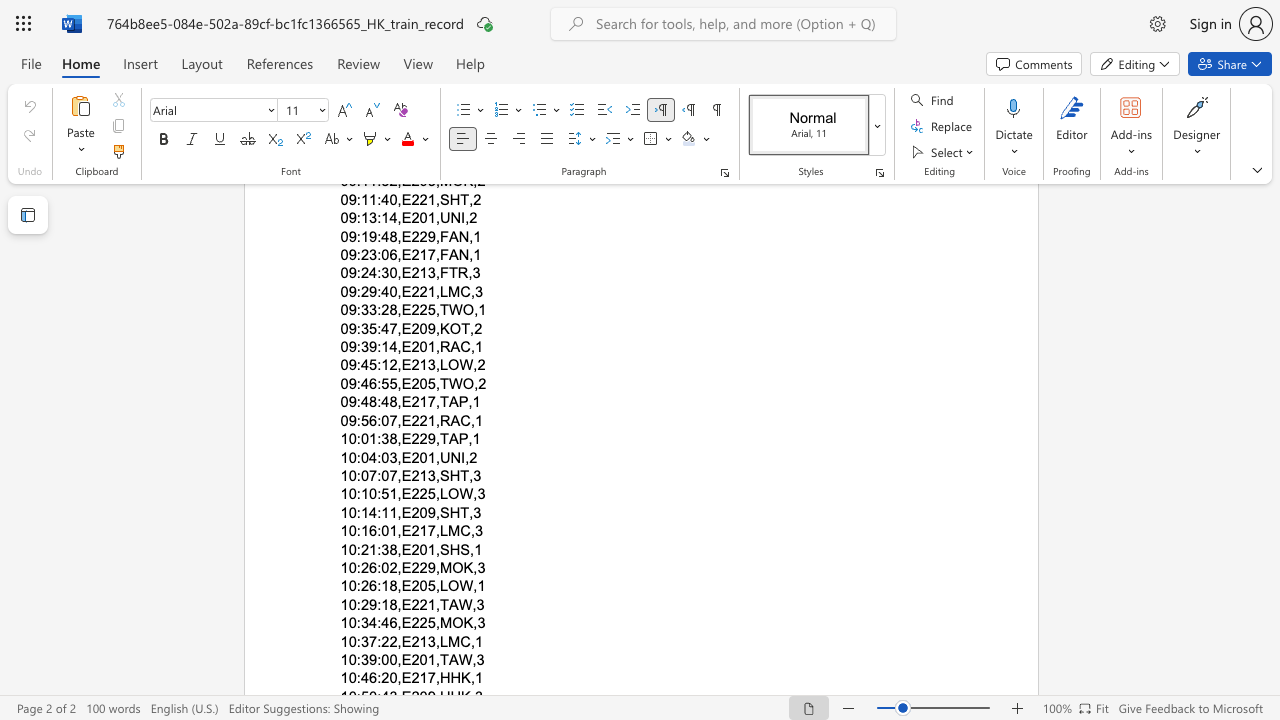  Describe the element at coordinates (400, 494) in the screenshot. I see `the subset text "E225,LOW" within the text "10:10:51,E225,LOW,3"` at that location.